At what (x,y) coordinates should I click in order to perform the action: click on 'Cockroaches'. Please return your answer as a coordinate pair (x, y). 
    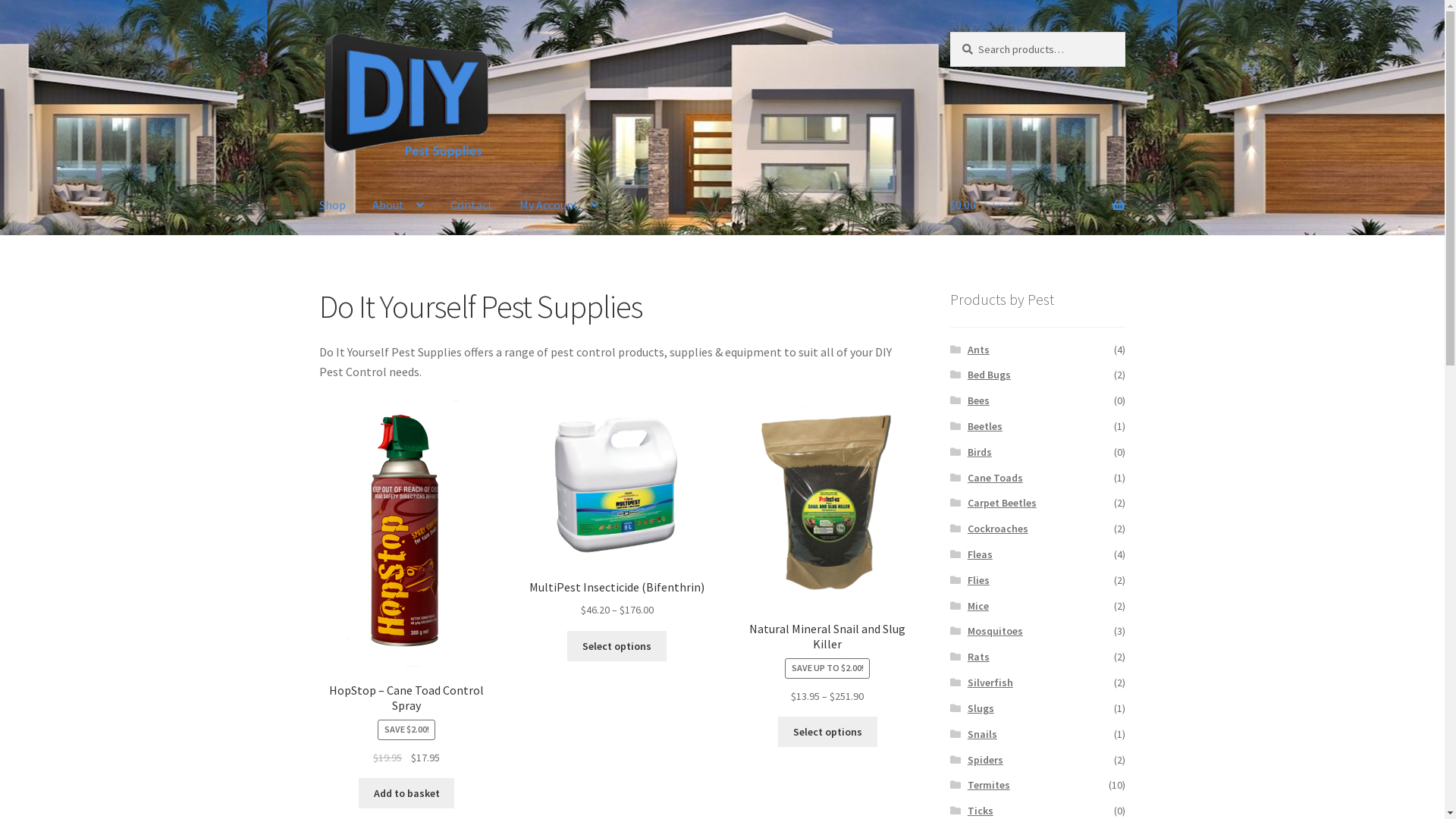
    Looking at the image, I should click on (997, 528).